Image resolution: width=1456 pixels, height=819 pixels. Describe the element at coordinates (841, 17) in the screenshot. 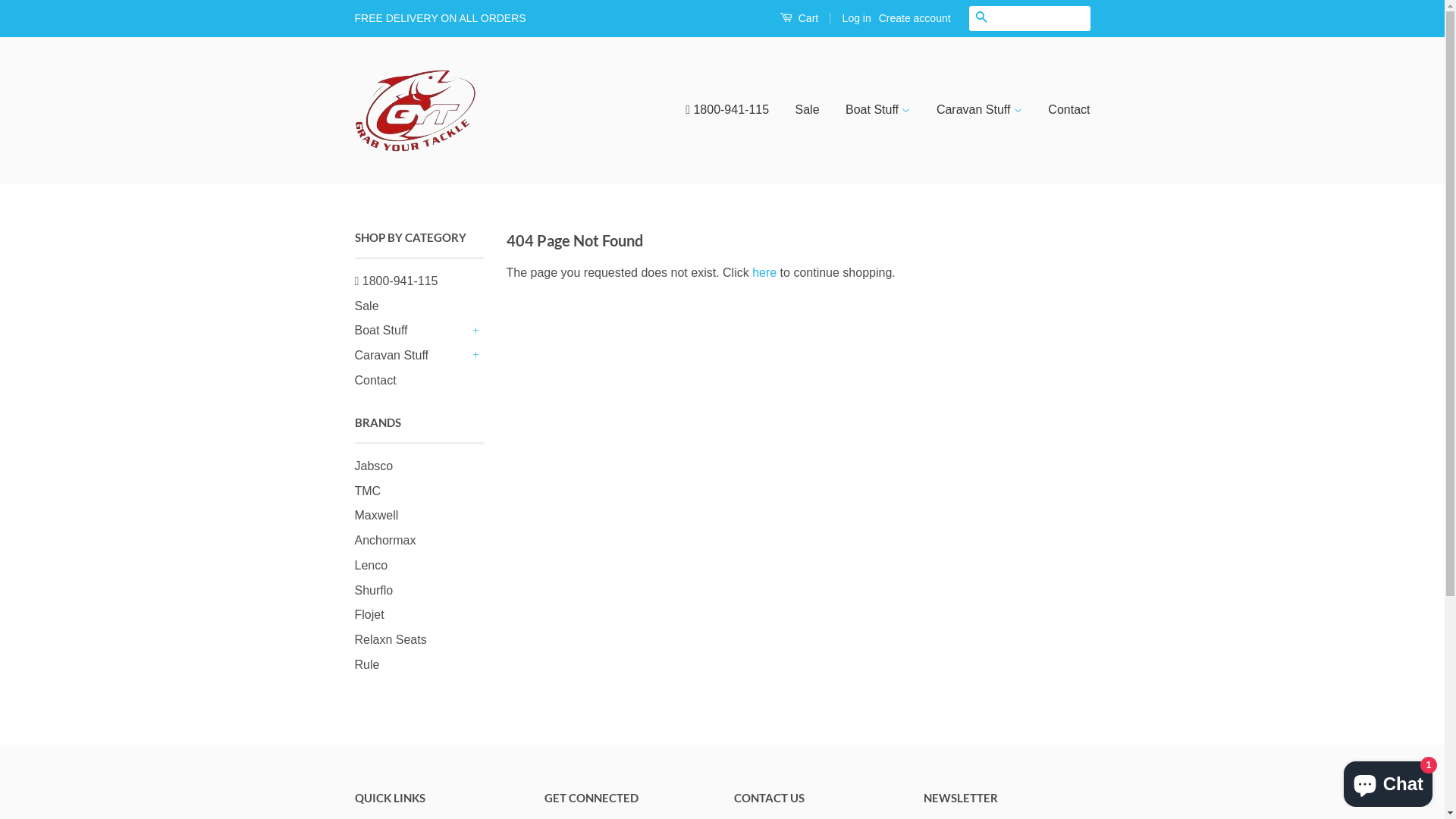

I see `'Log in'` at that location.